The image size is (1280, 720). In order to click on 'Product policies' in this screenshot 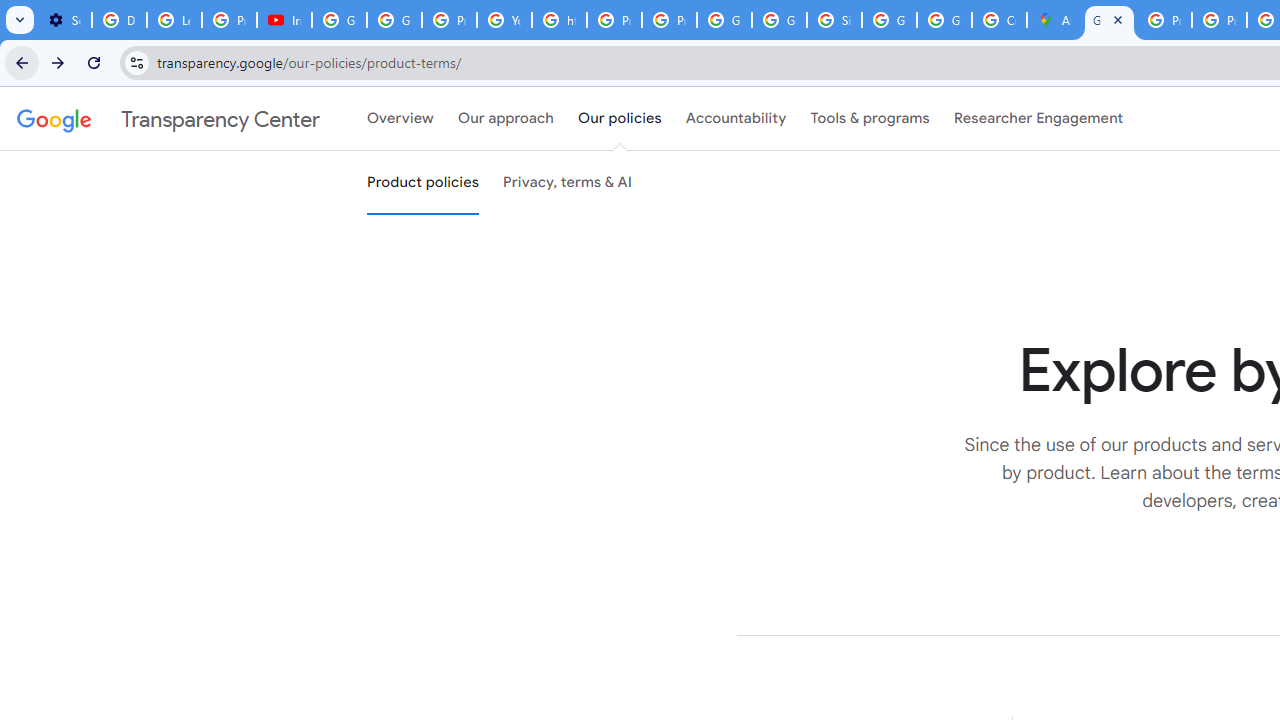, I will do `click(422, 183)`.